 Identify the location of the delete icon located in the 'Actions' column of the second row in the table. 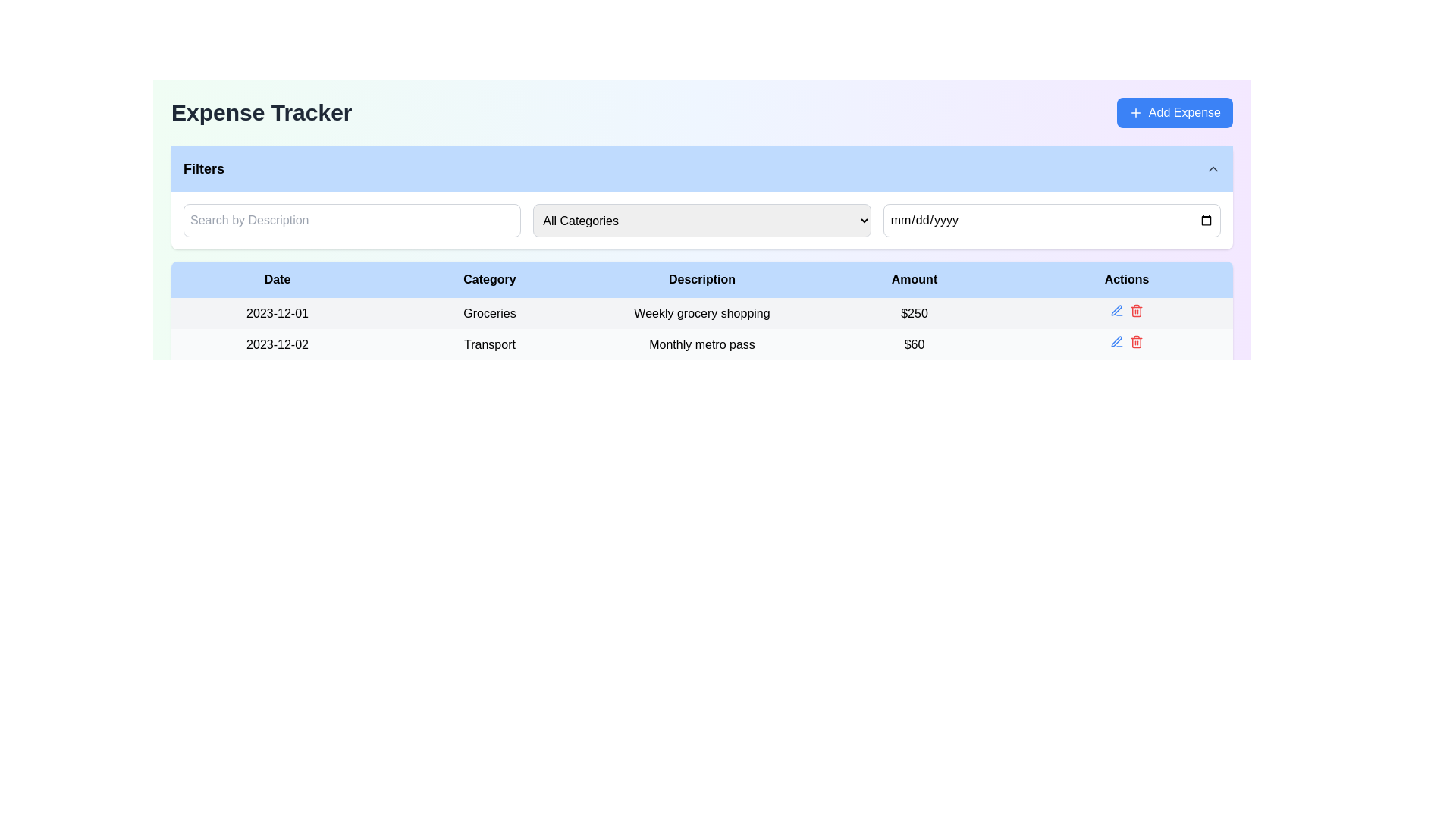
(1136, 309).